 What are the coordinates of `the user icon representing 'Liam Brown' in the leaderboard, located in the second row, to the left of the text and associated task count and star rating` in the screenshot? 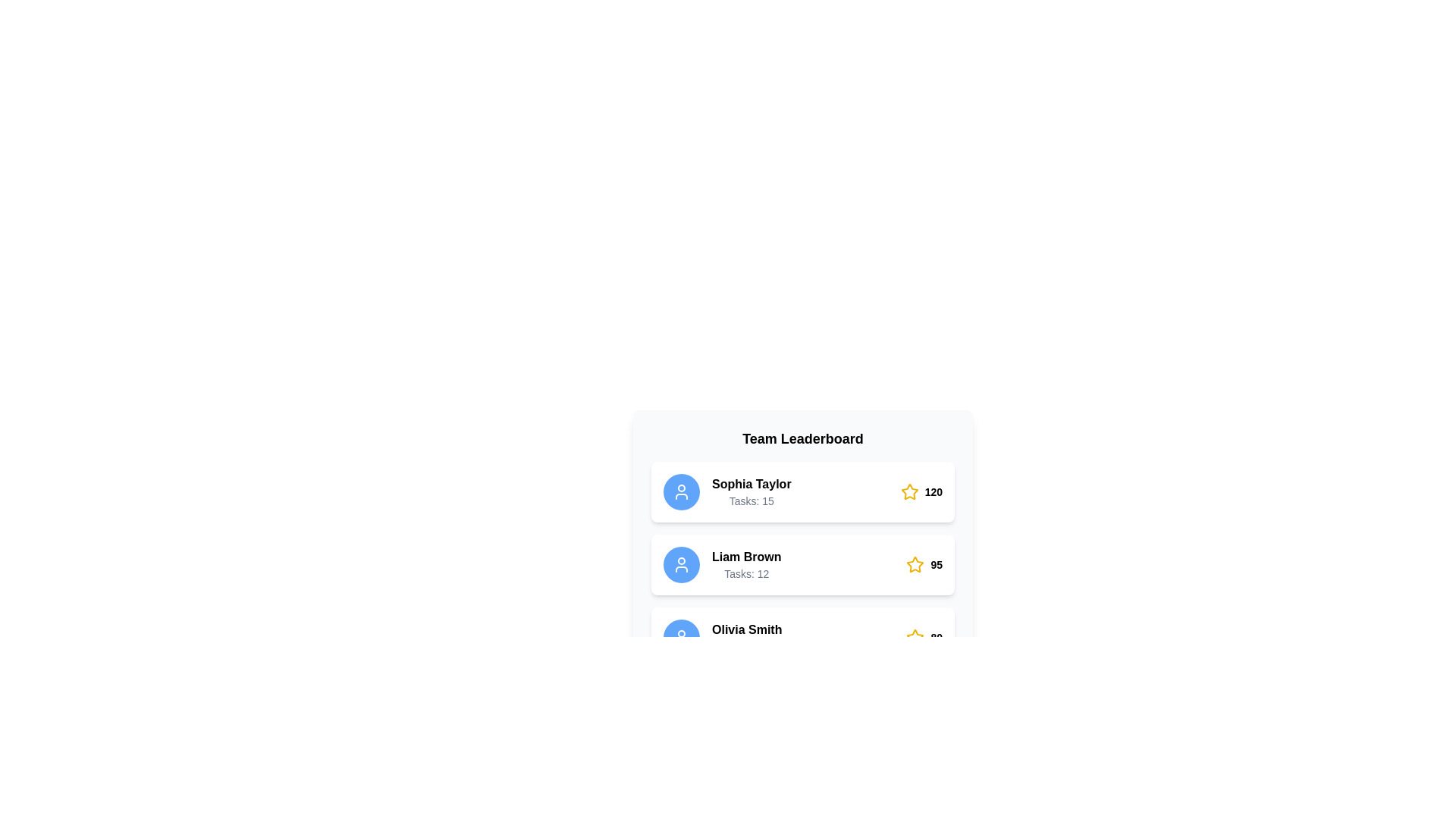 It's located at (680, 564).